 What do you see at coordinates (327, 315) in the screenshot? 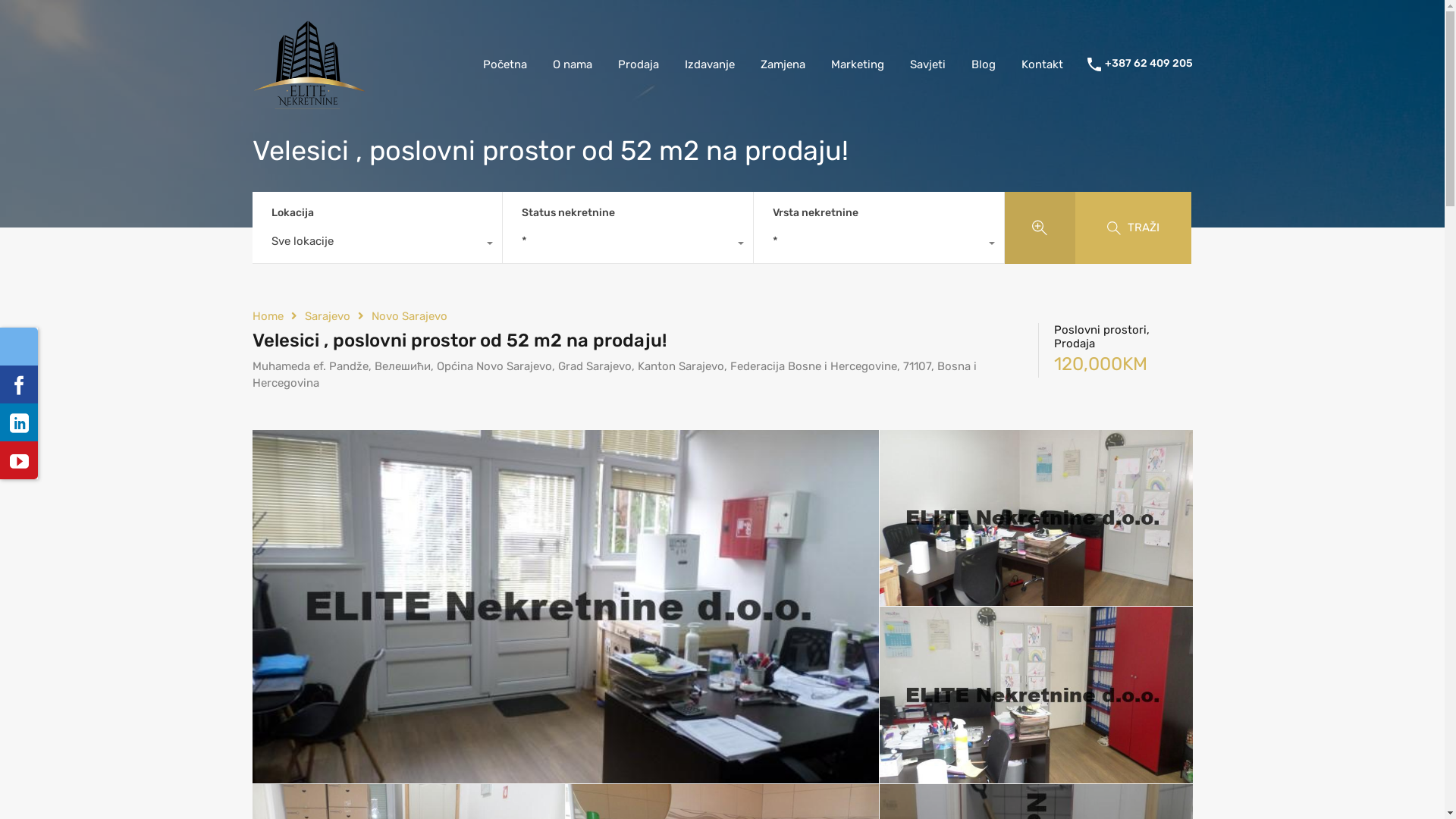
I see `'Sarajevo'` at bounding box center [327, 315].